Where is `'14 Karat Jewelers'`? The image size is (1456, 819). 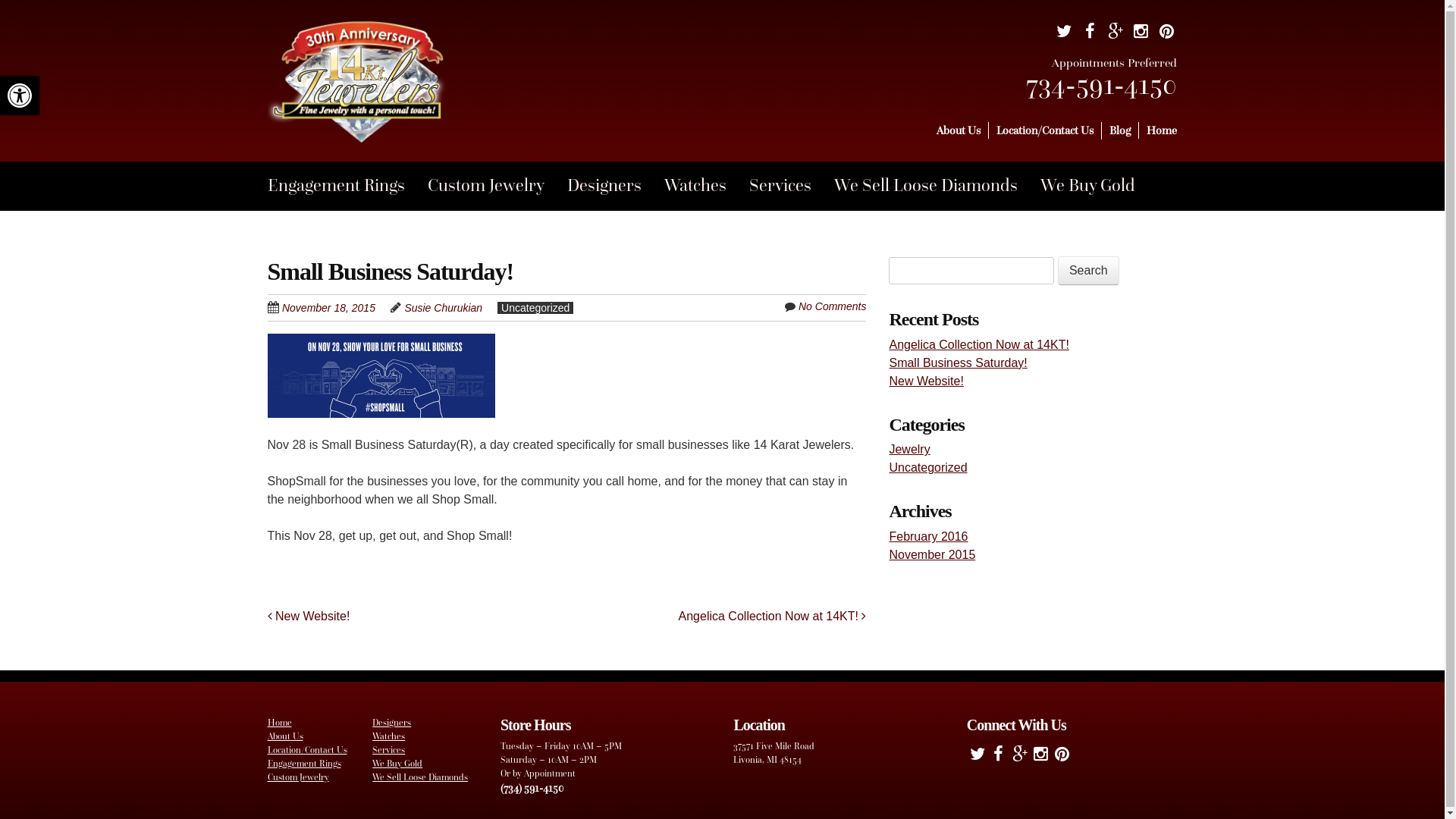 '14 Karat Jewelers' is located at coordinates (356, 115).